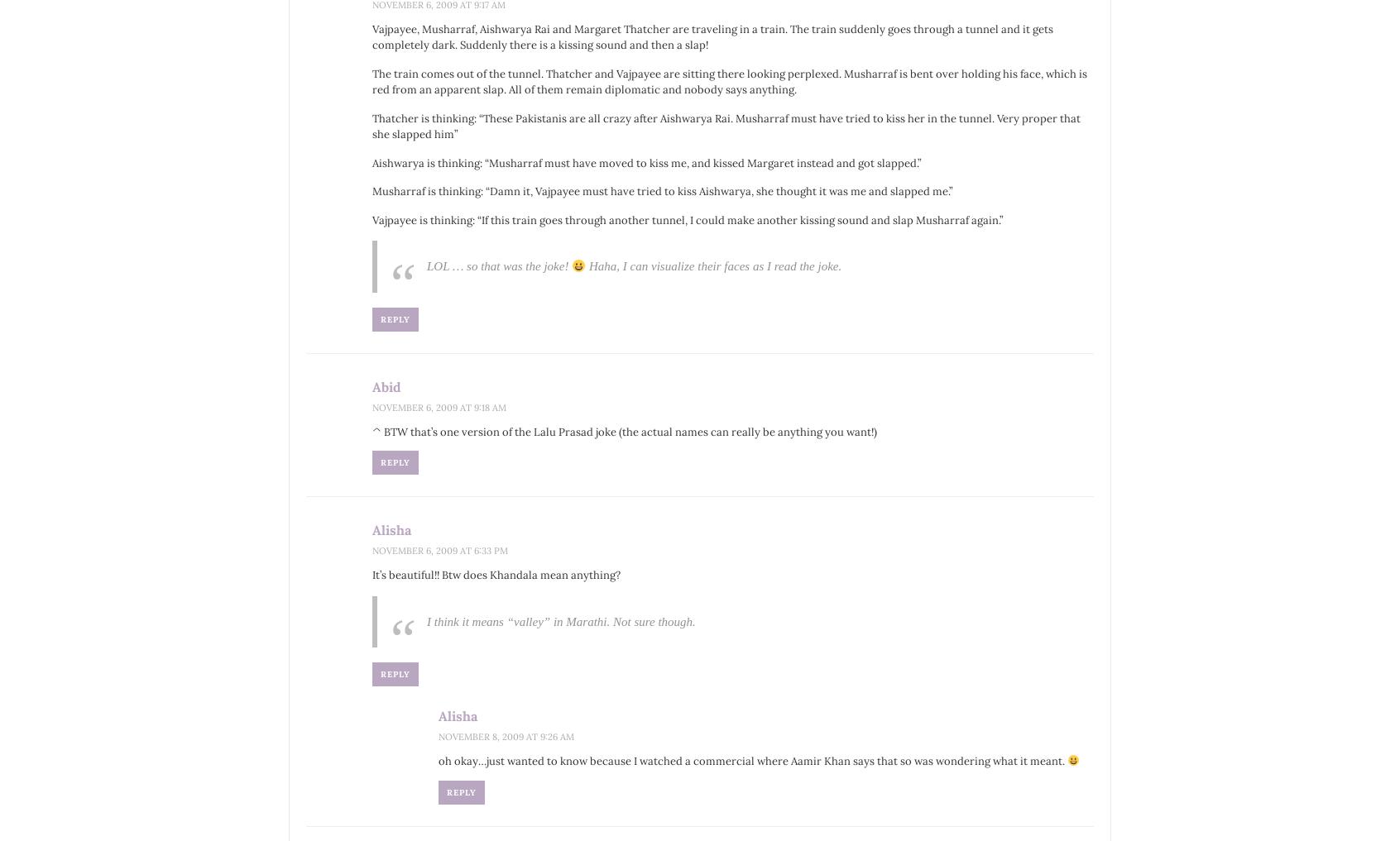 The image size is (1400, 841). I want to click on 'It’s beautiful!! Btw does Khandala mean anything?', so click(495, 574).